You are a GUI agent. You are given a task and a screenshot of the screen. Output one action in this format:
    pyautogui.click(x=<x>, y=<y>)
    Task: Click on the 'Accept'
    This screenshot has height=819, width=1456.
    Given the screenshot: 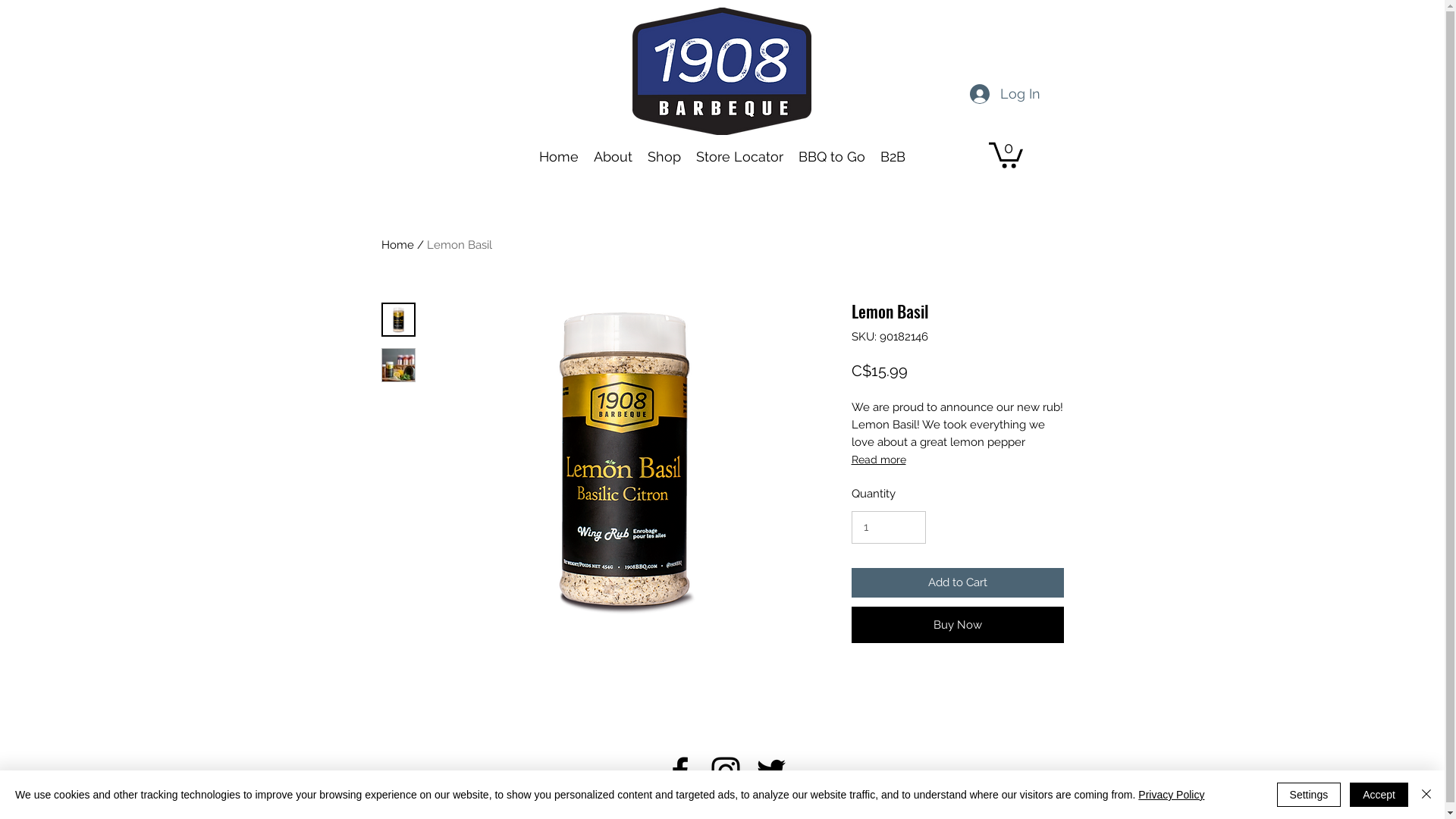 What is the action you would take?
    pyautogui.click(x=1379, y=794)
    